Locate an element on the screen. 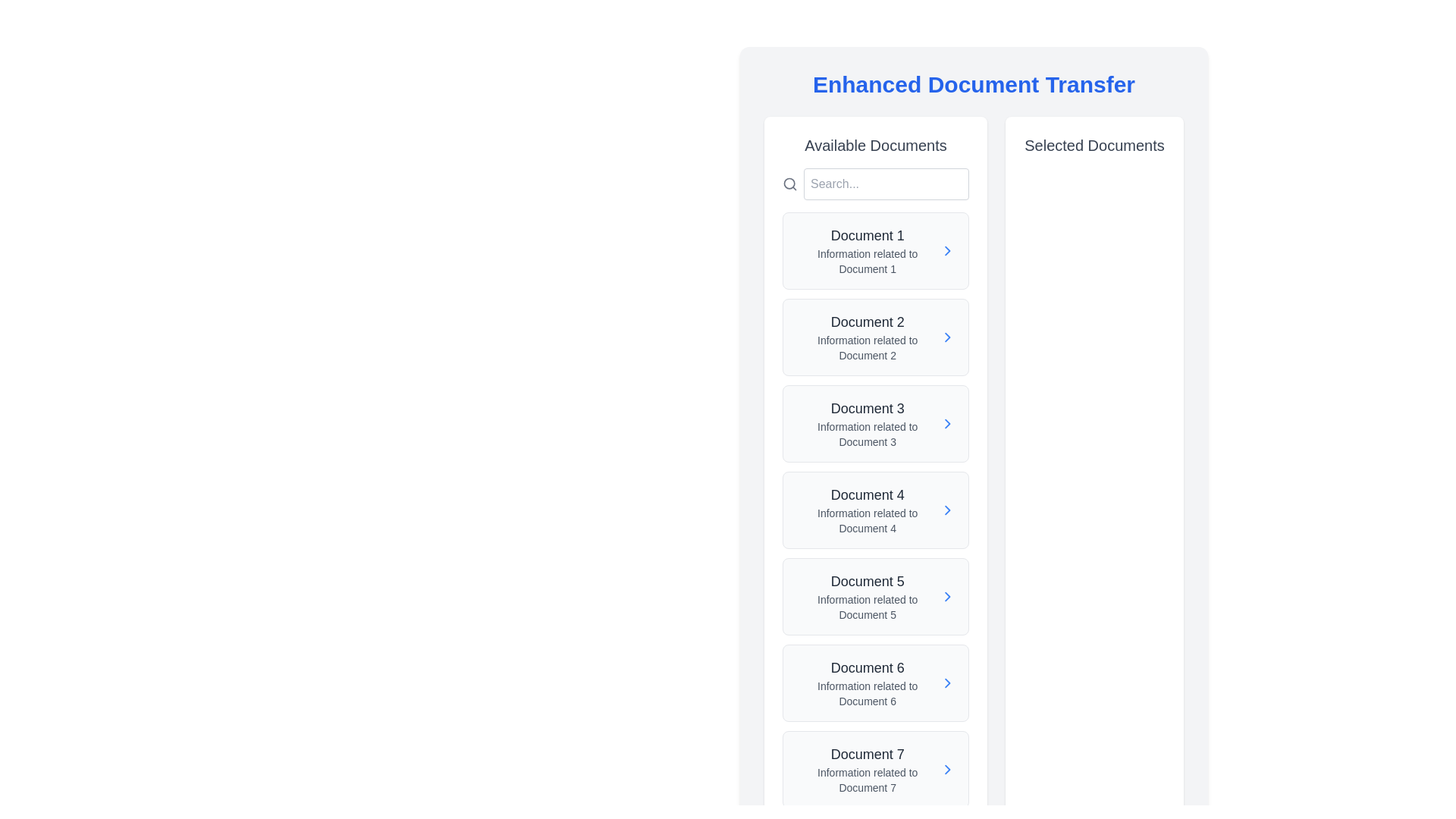  the text-based list item element titled 'Document 5' is located at coordinates (868, 595).